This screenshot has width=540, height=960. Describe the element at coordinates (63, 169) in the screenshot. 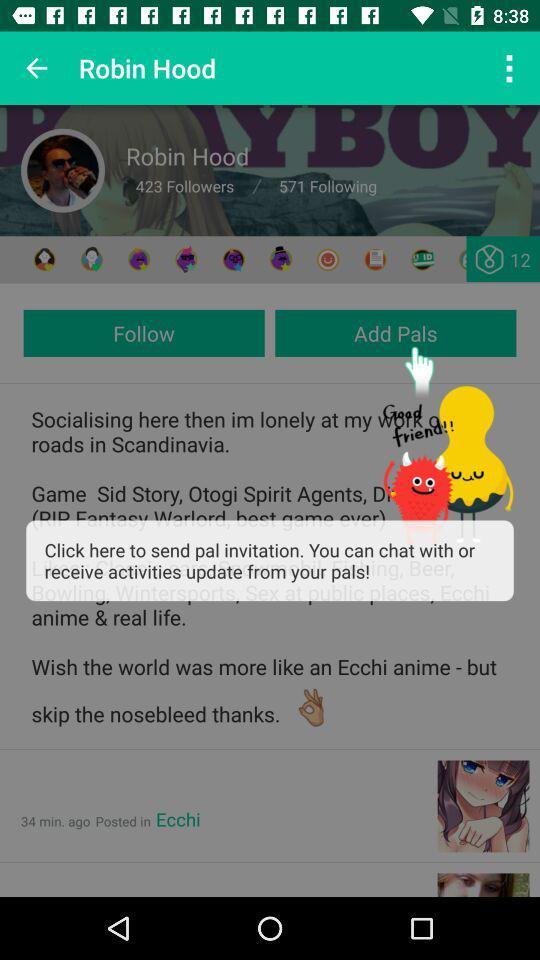

I see `profile` at that location.